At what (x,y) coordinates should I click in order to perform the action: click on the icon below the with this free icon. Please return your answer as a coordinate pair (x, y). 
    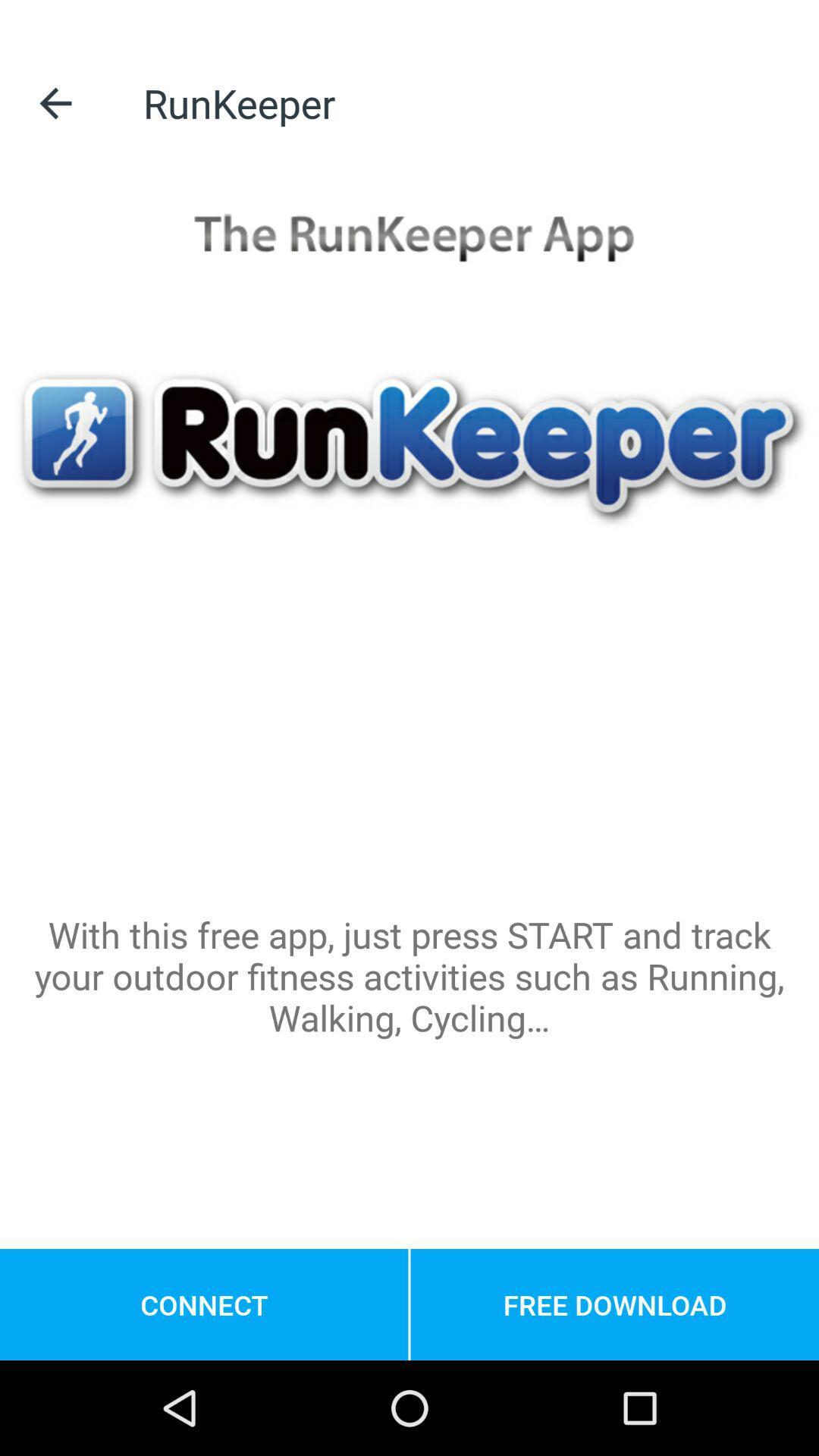
    Looking at the image, I should click on (203, 1304).